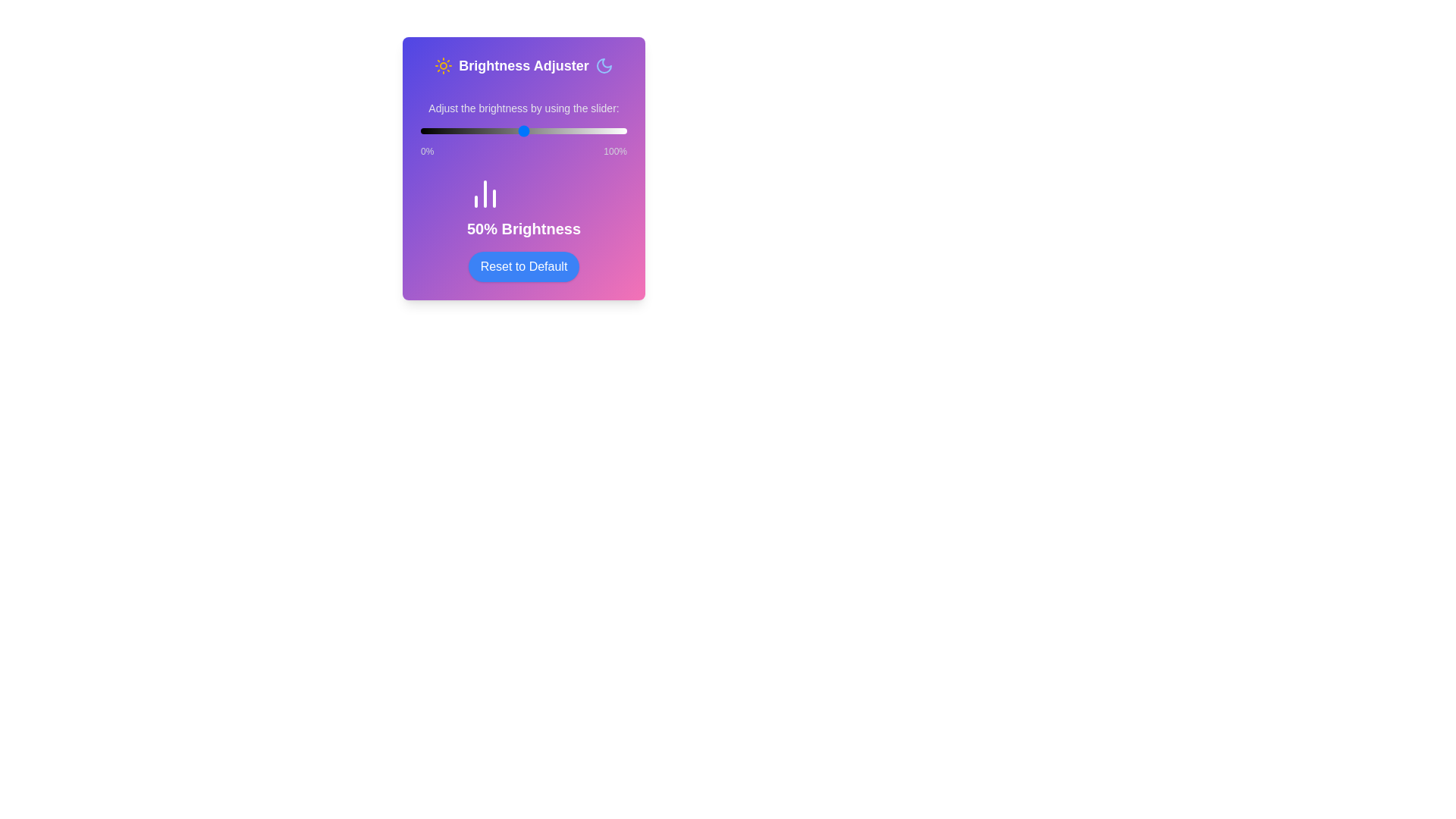  I want to click on the brightness to 73% by moving the slider, so click(570, 130).